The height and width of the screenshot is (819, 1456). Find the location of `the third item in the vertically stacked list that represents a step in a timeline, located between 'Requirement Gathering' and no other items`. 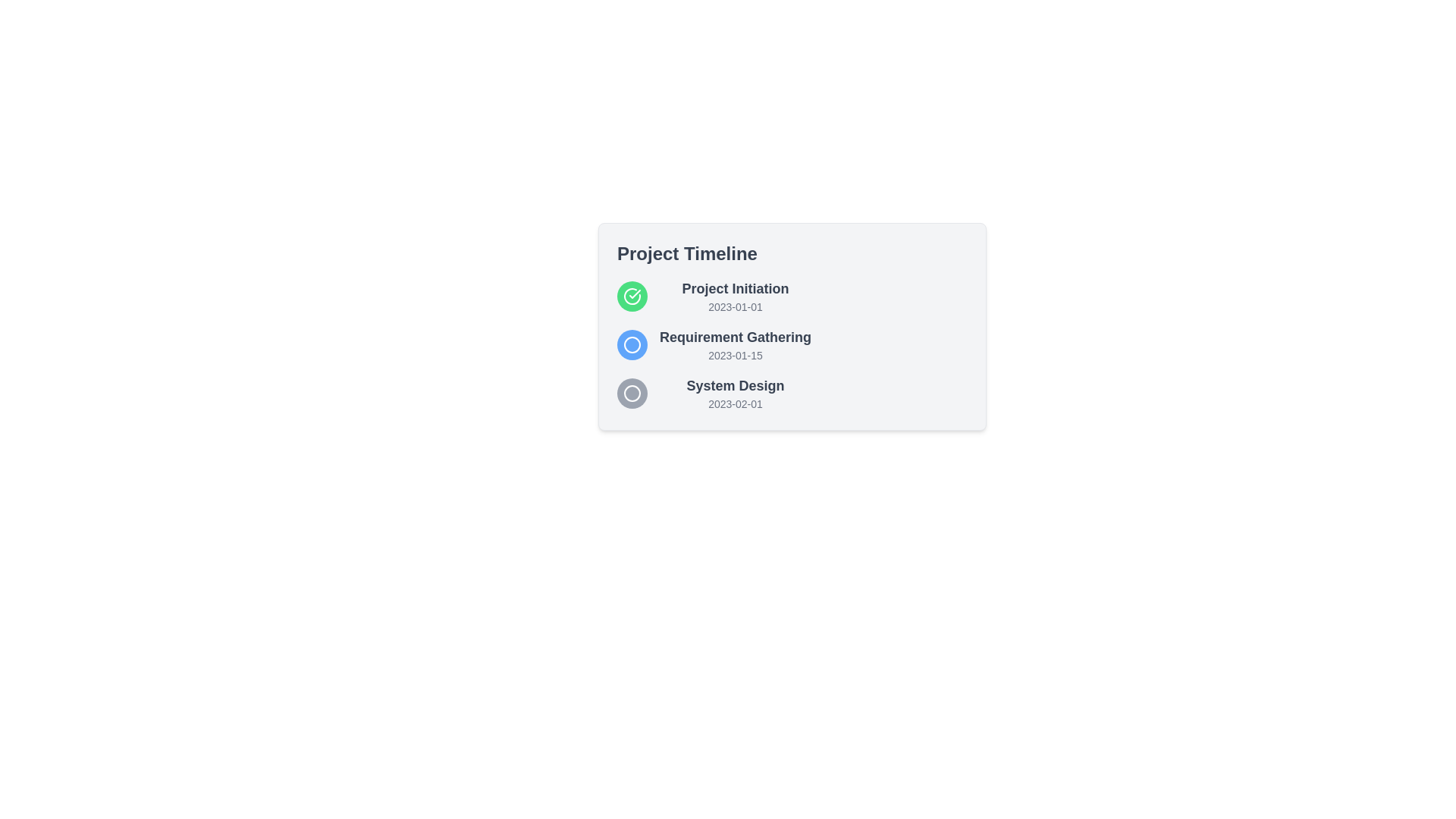

the third item in the vertically stacked list that represents a step in a timeline, located between 'Requirement Gathering' and no other items is located at coordinates (713, 393).